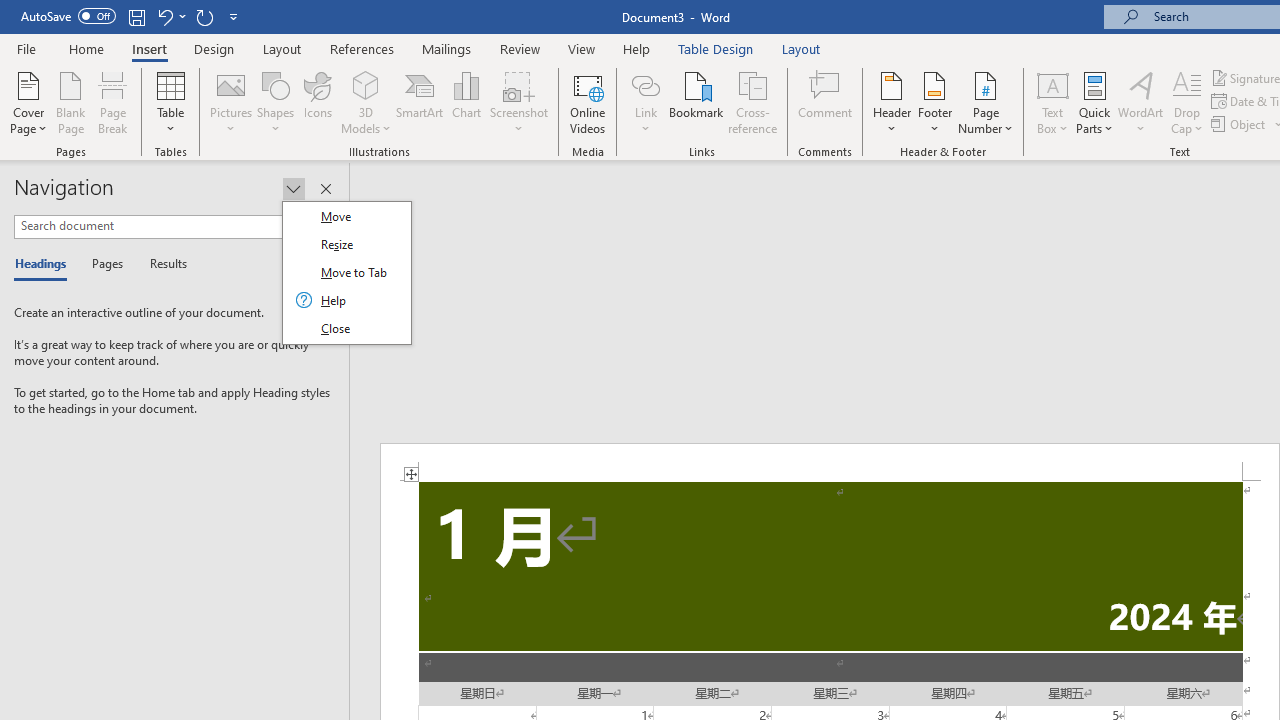  What do you see at coordinates (161, 264) in the screenshot?
I see `'Results'` at bounding box center [161, 264].